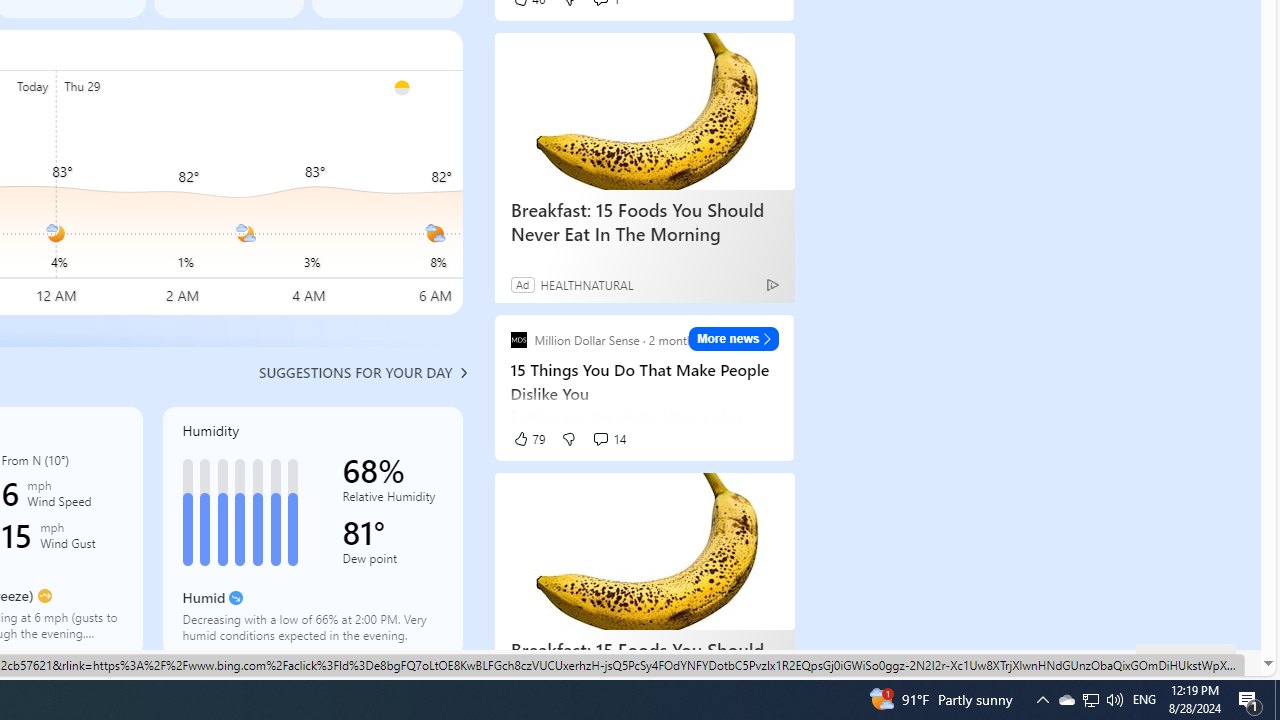  I want to click on 'Suggestions for your day', so click(355, 372).